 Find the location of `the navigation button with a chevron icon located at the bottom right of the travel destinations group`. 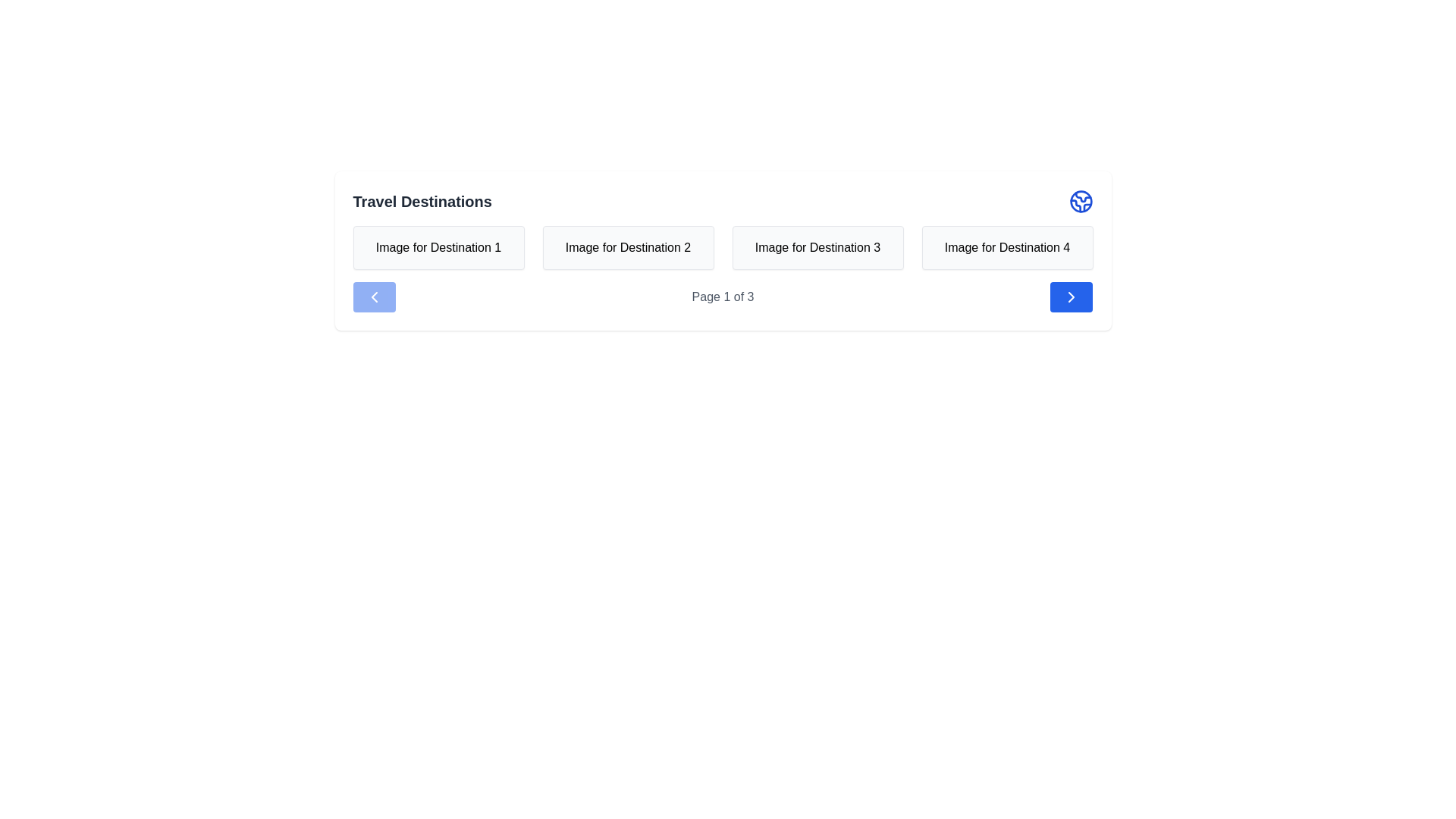

the navigation button with a chevron icon located at the bottom right of the travel destinations group is located at coordinates (1071, 297).